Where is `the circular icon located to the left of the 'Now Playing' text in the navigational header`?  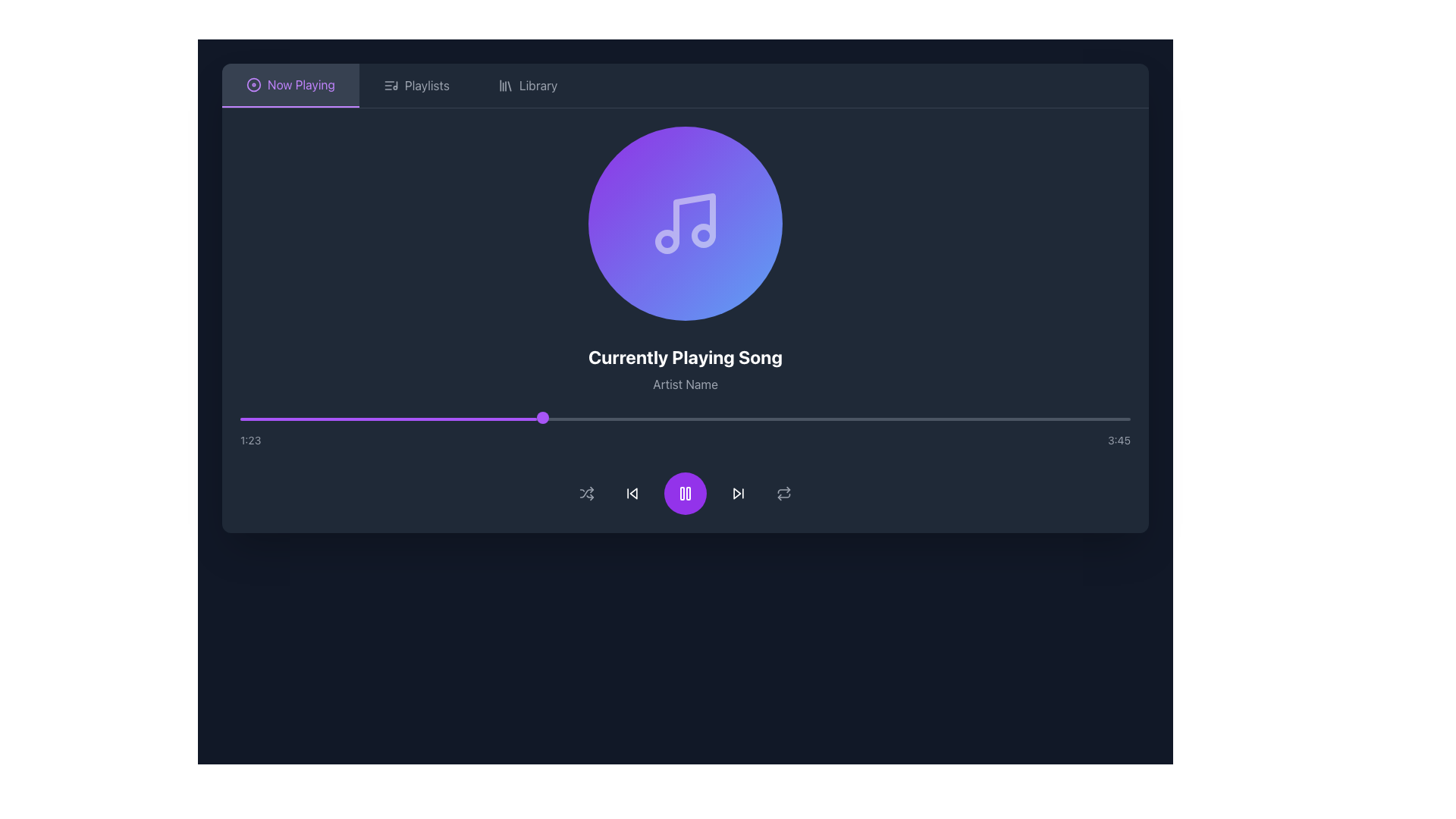 the circular icon located to the left of the 'Now Playing' text in the navigational header is located at coordinates (254, 84).